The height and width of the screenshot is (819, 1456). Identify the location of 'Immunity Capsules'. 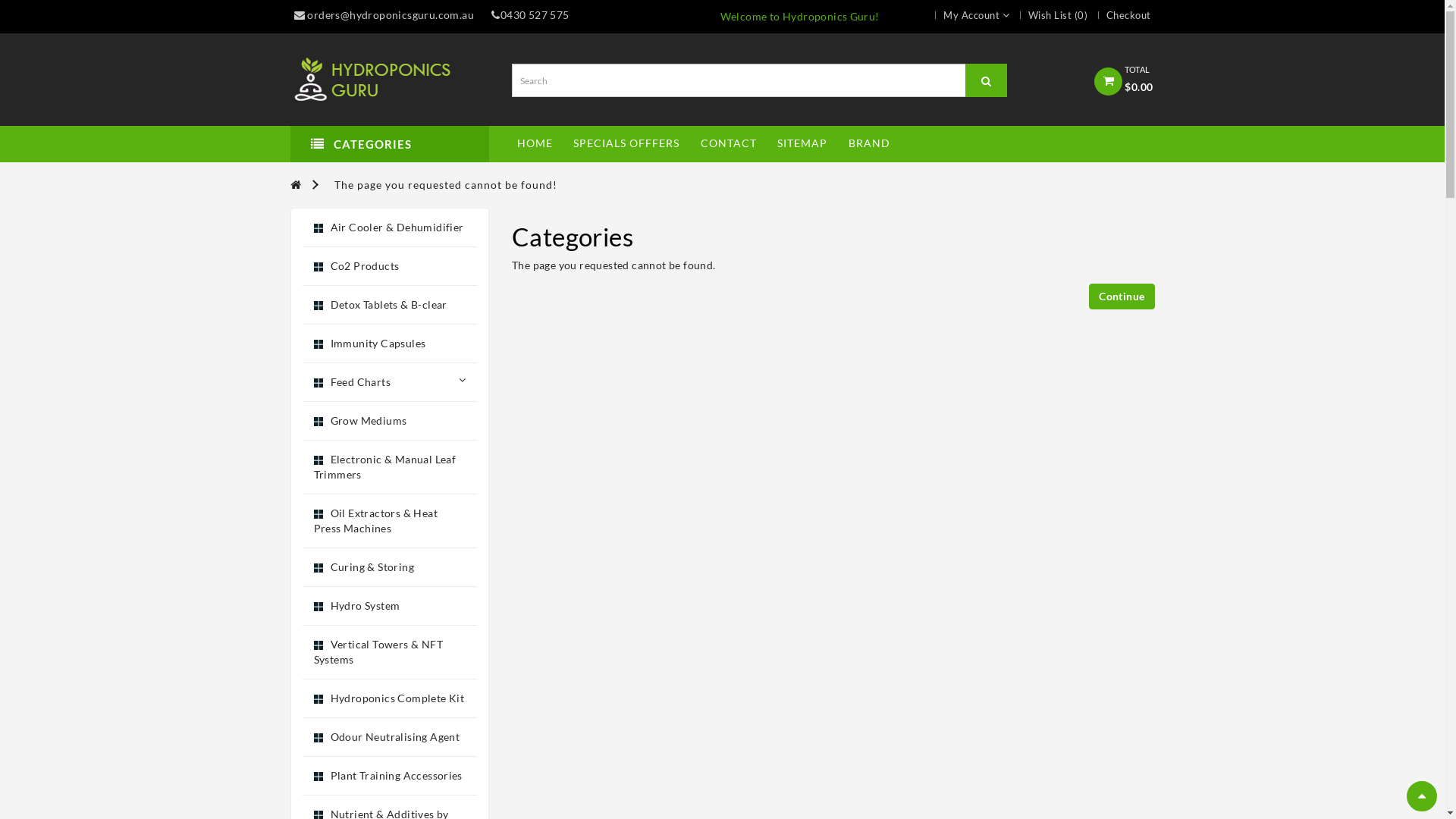
(389, 344).